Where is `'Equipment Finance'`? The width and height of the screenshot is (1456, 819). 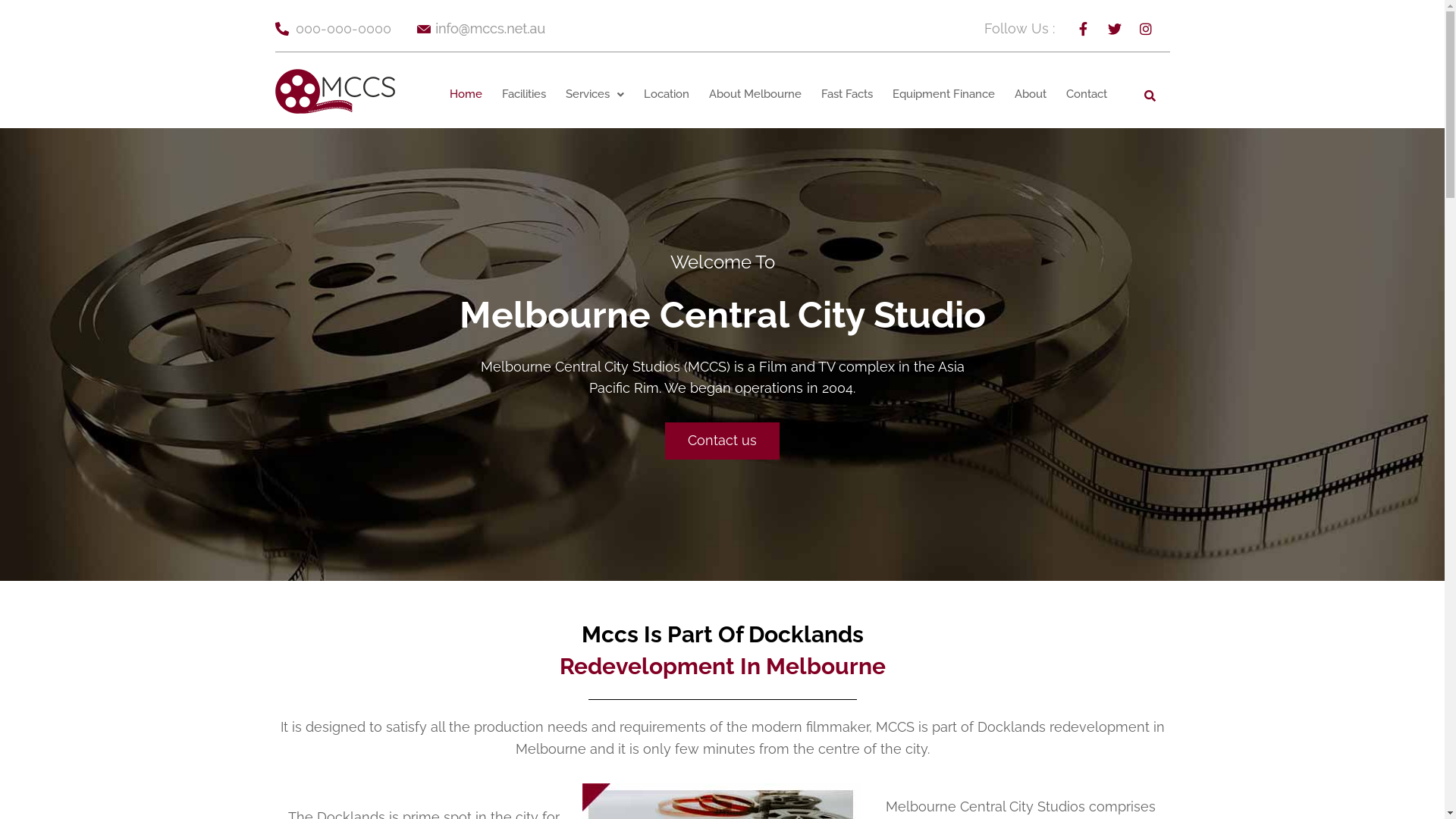 'Equipment Finance' is located at coordinates (943, 94).